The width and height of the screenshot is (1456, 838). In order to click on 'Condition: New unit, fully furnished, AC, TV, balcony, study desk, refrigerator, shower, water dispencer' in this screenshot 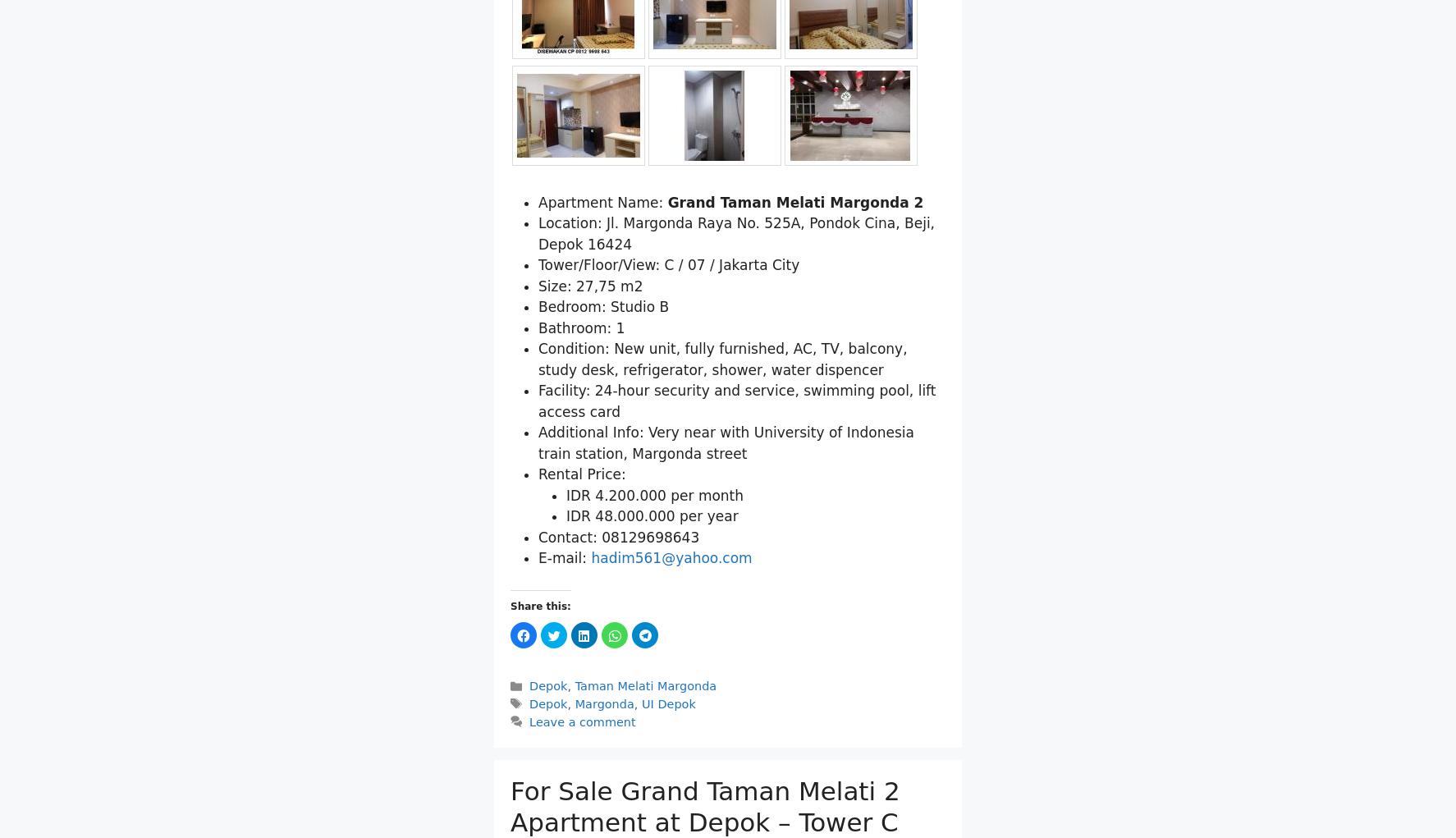, I will do `click(722, 359)`.